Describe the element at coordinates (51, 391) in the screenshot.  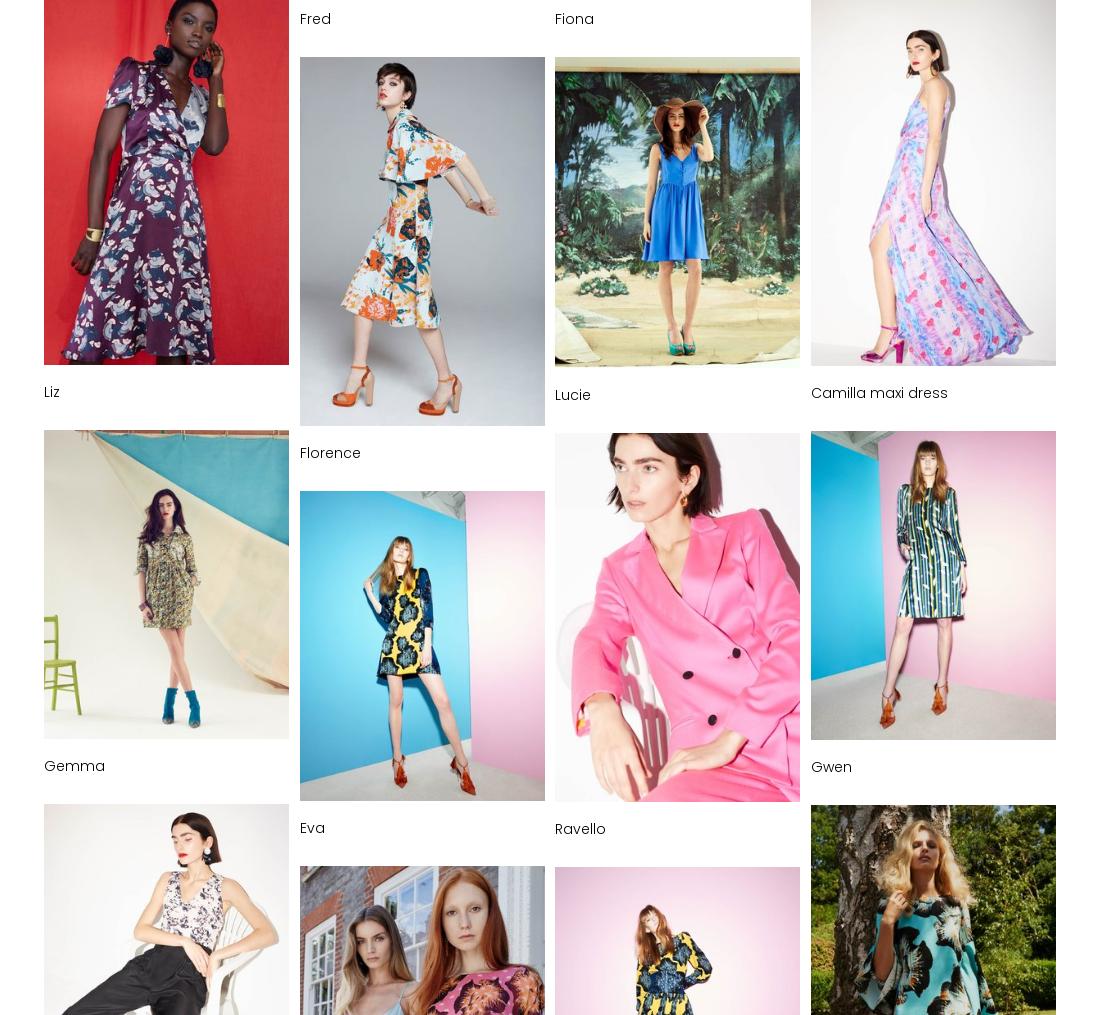
I see `'Liz'` at that location.